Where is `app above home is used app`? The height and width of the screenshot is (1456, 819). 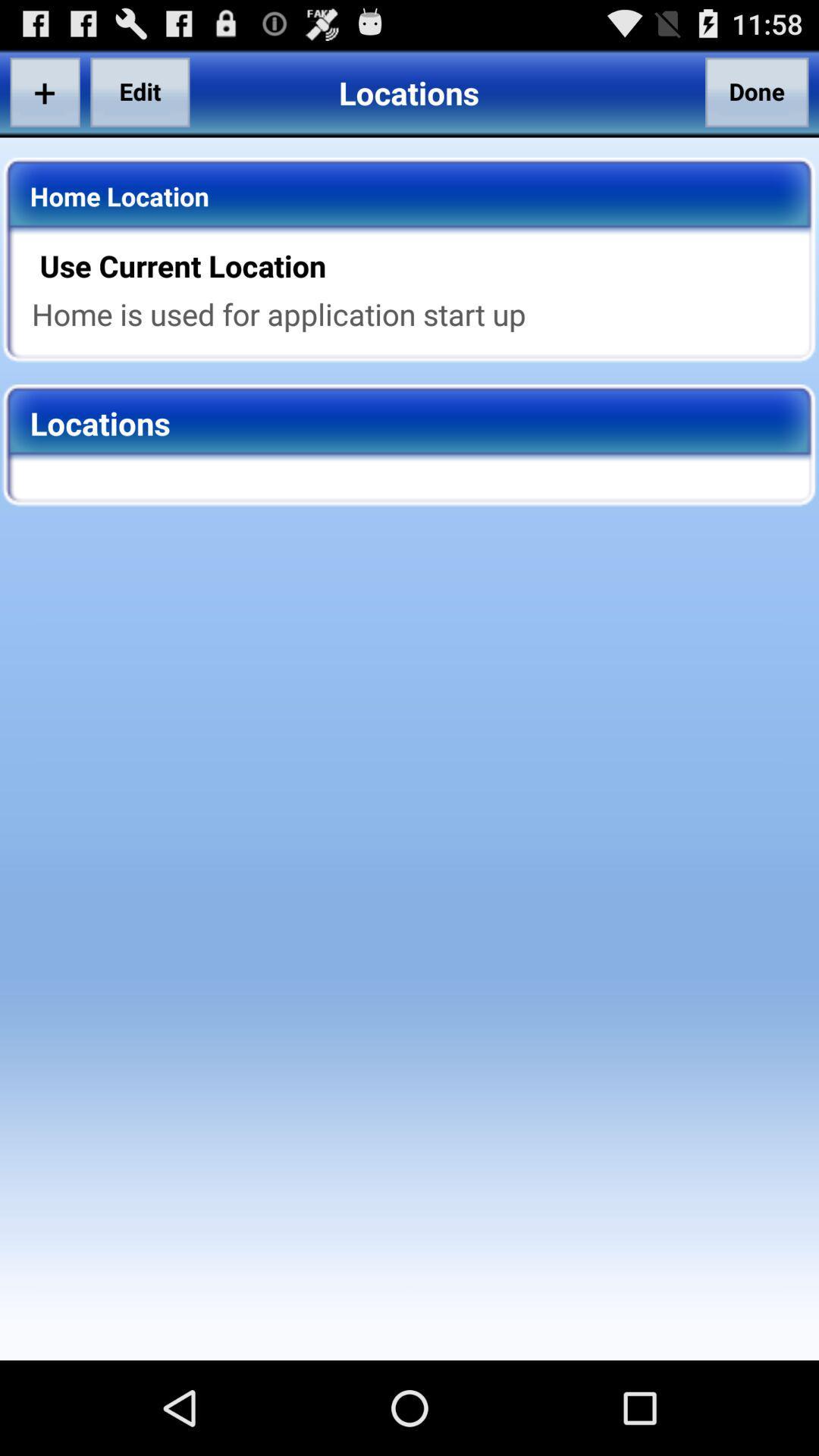 app above home is used app is located at coordinates (419, 265).